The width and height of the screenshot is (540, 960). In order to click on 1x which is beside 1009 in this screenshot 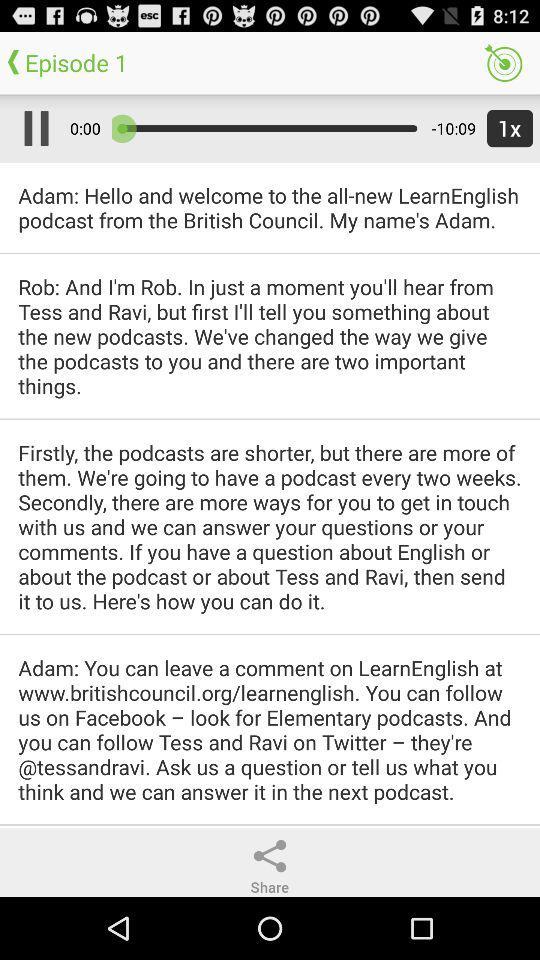, I will do `click(505, 127)`.